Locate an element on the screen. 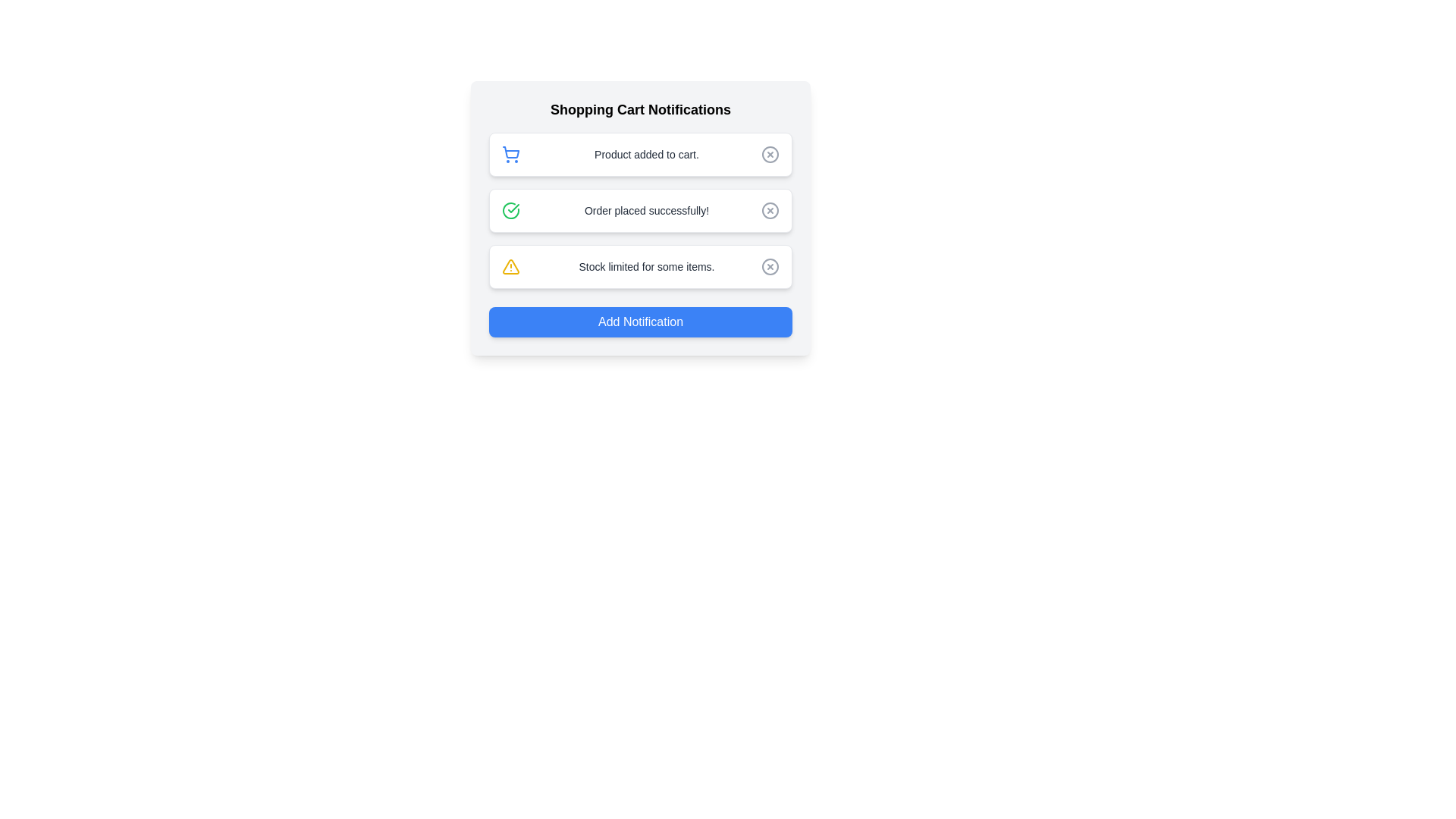  the green circular icon with a white checkmark located in the notification card labeled 'Order placed successfully!' is located at coordinates (510, 210).